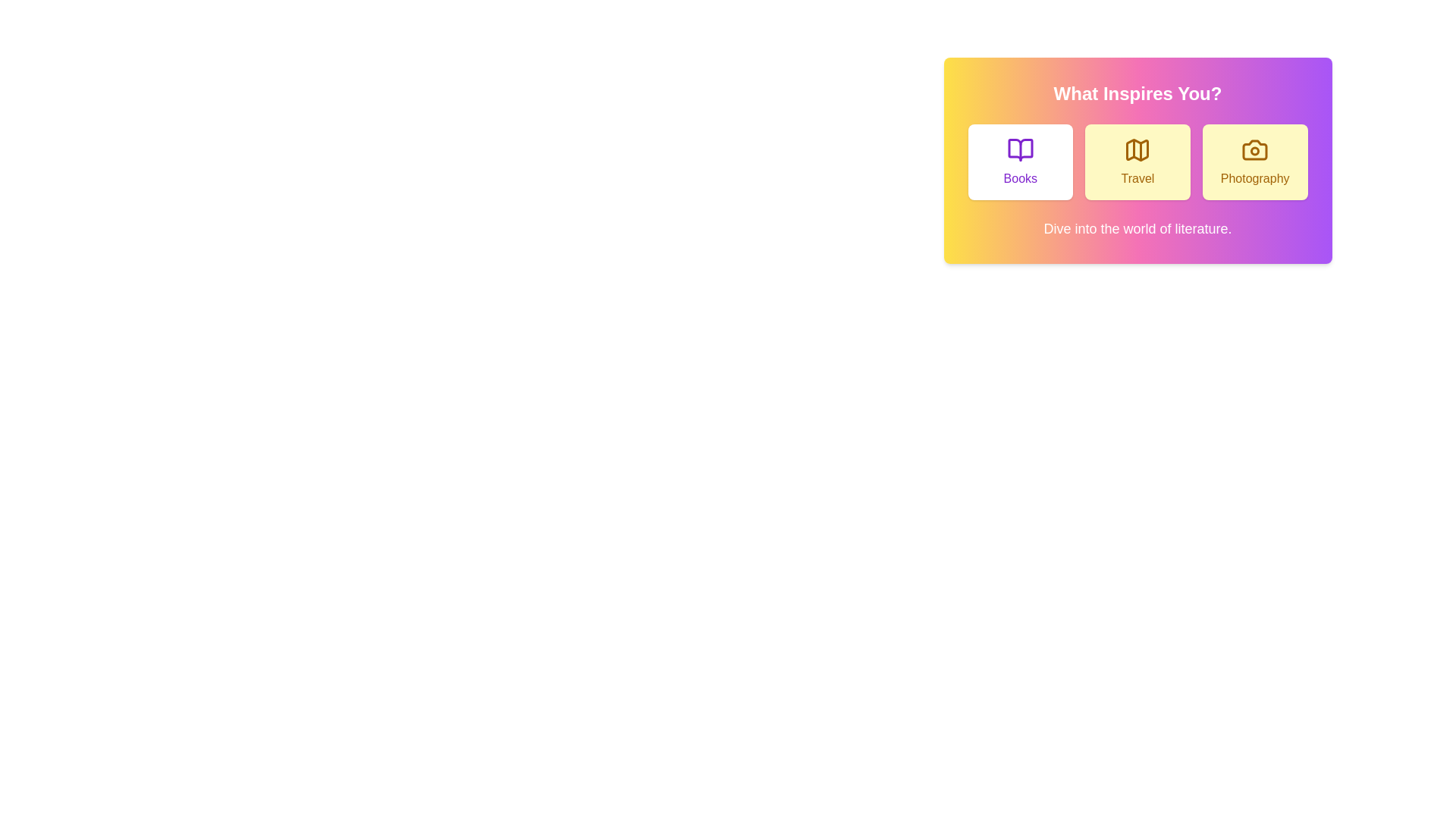 The image size is (1456, 819). Describe the element at coordinates (1255, 162) in the screenshot. I see `the Photography button` at that location.